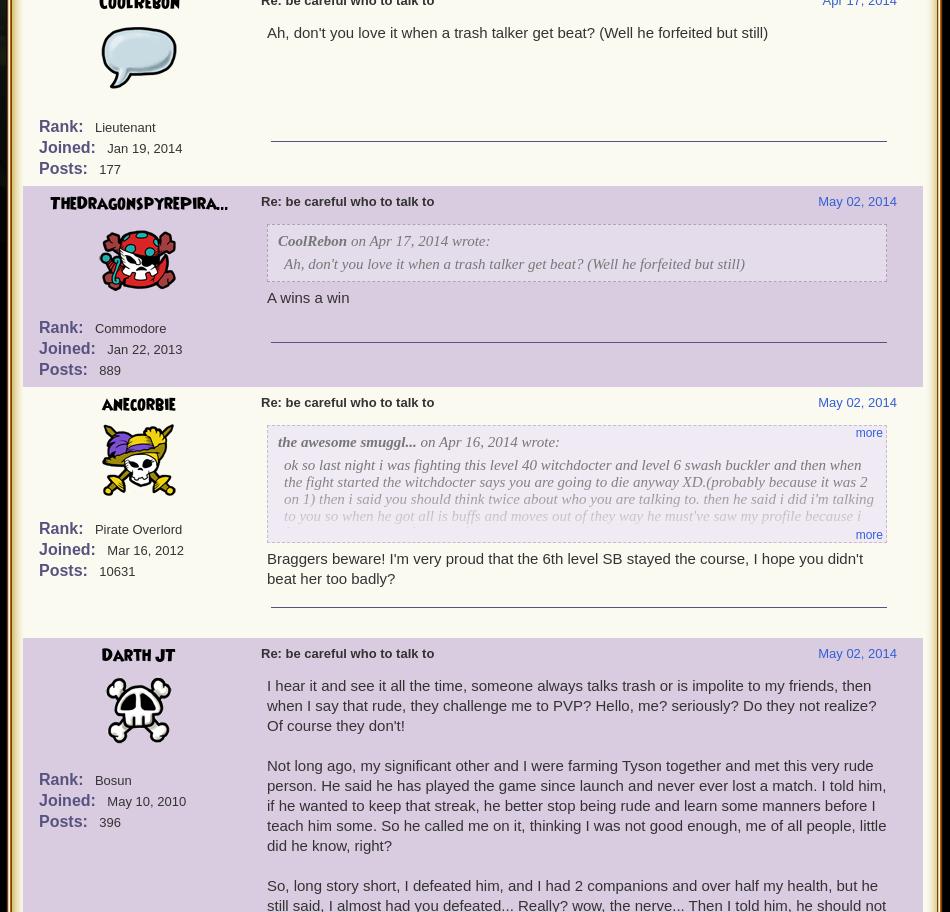 The image size is (950, 912). I want to click on 'Lieutenant', so click(124, 126).